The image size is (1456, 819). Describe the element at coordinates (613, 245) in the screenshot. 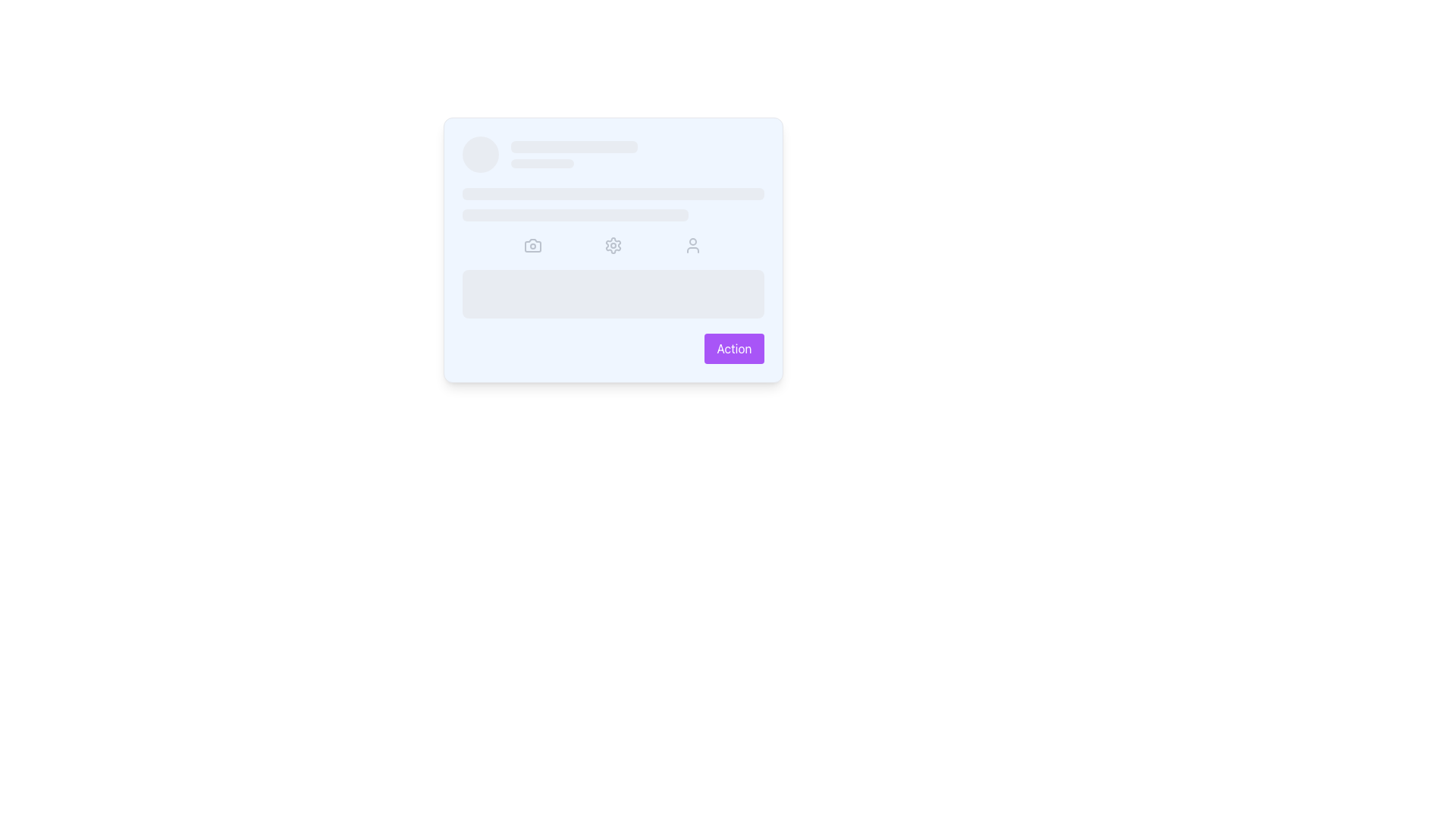

I see `the center gear-like icon in the row of three decorative icons` at that location.